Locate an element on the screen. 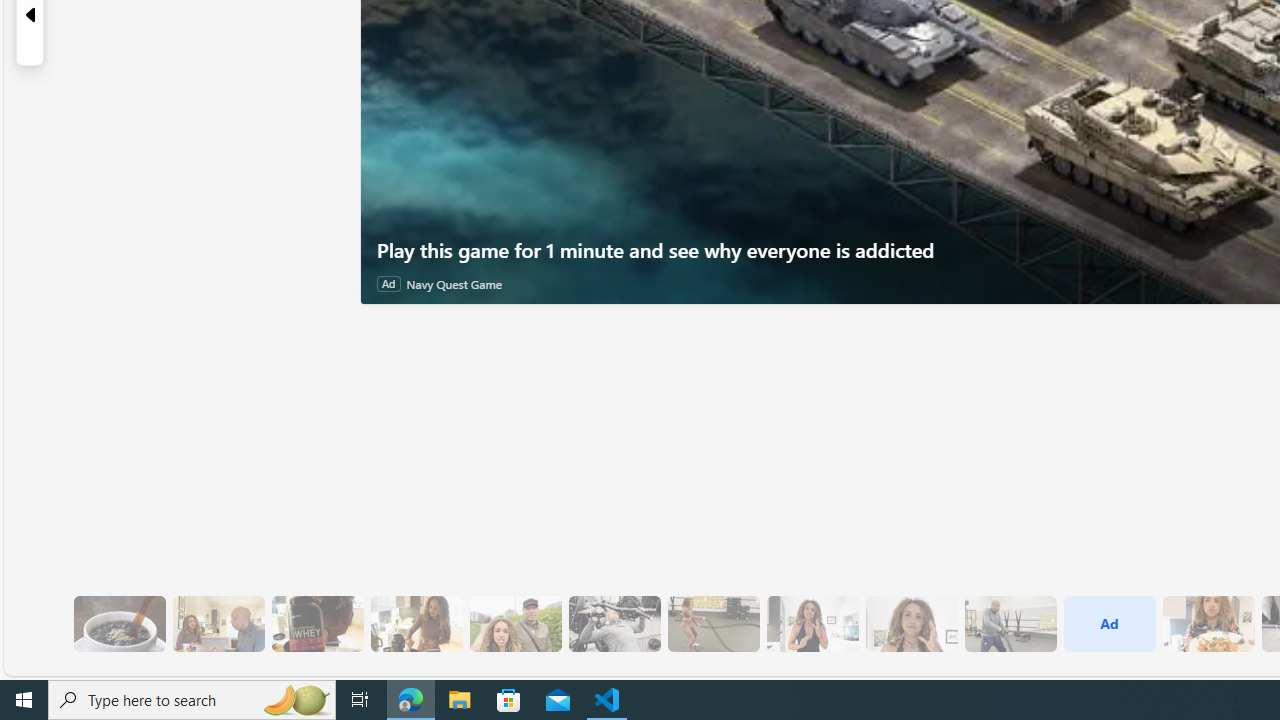 Image resolution: width=1280 pixels, height=720 pixels. '6 Since Eating More Protein Her Training Has Improved' is located at coordinates (316, 623).